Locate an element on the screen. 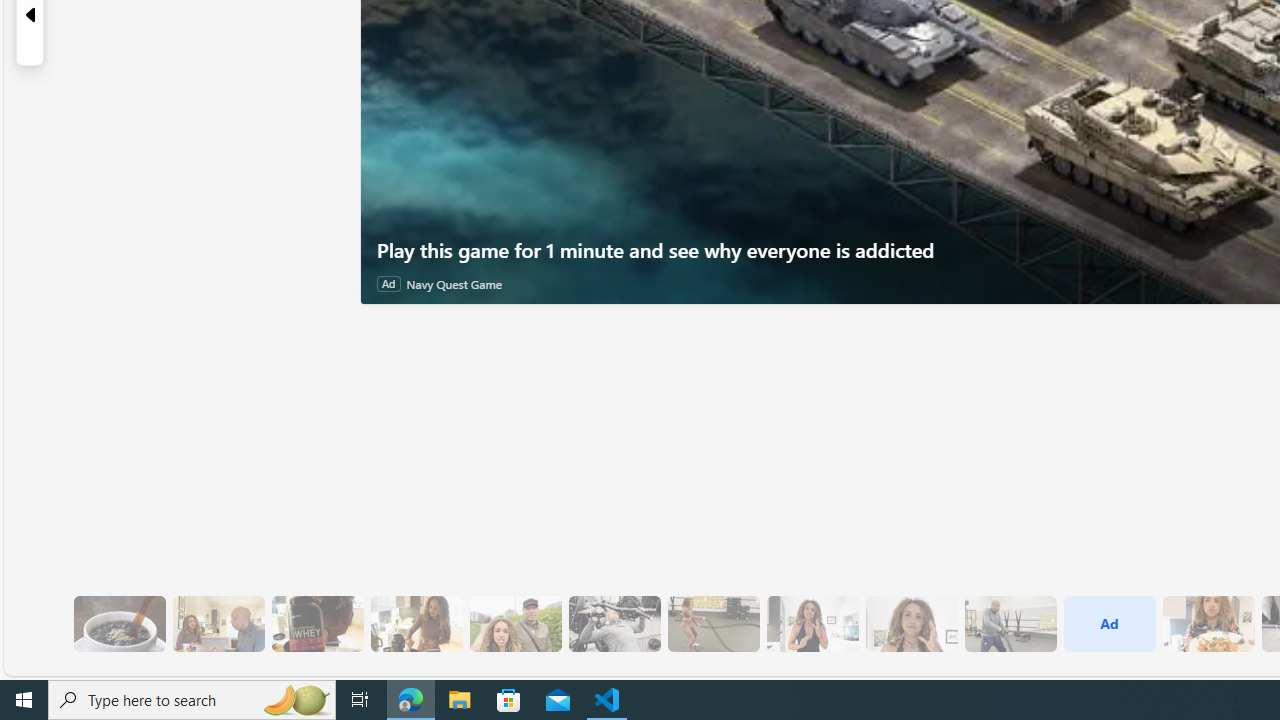 Image resolution: width=1280 pixels, height=720 pixels. '6 Since Eating More Protein Her Training Has Improved' is located at coordinates (316, 623).